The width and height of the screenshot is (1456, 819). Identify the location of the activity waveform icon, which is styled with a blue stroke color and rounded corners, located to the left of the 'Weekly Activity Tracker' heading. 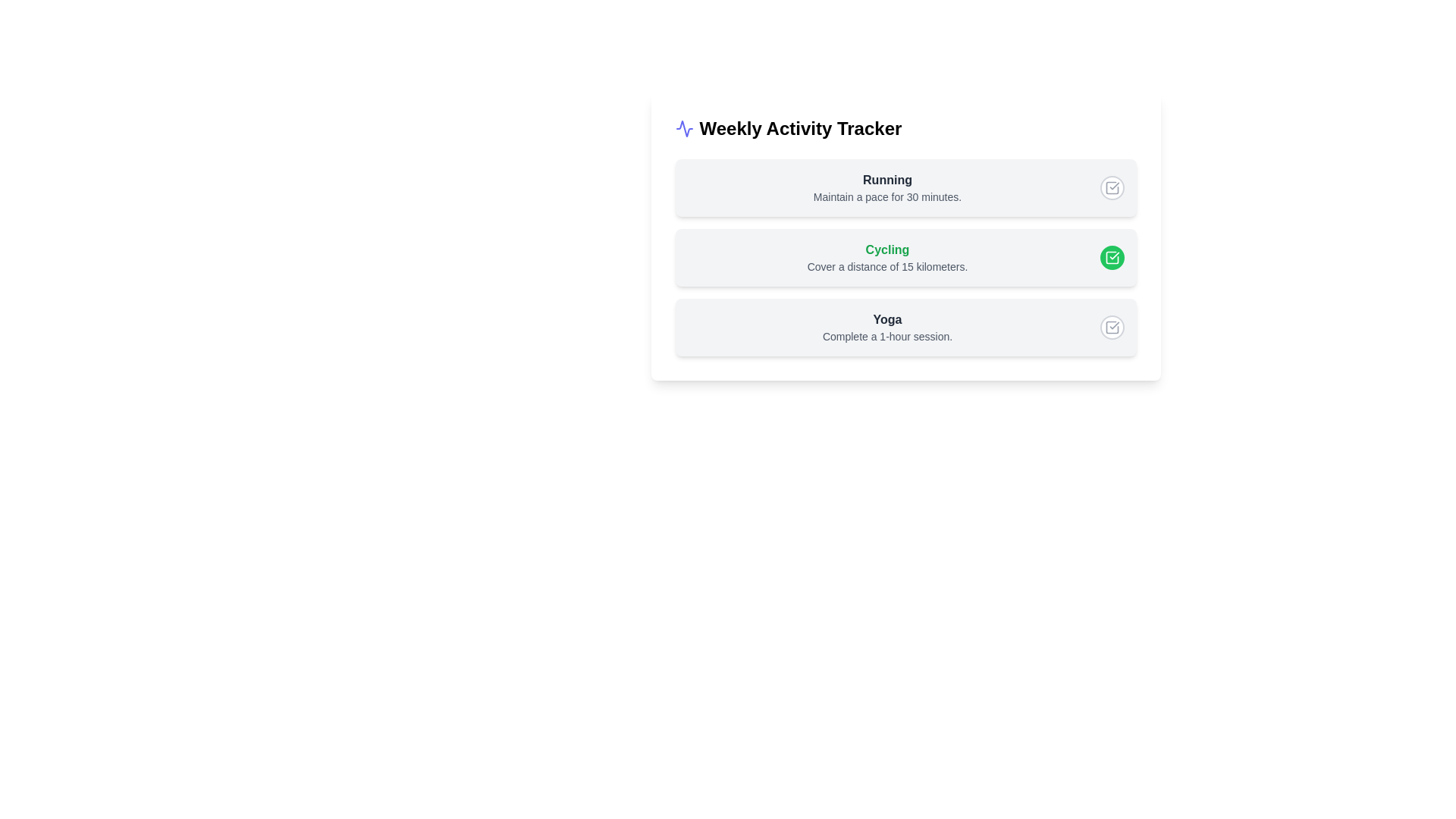
(683, 127).